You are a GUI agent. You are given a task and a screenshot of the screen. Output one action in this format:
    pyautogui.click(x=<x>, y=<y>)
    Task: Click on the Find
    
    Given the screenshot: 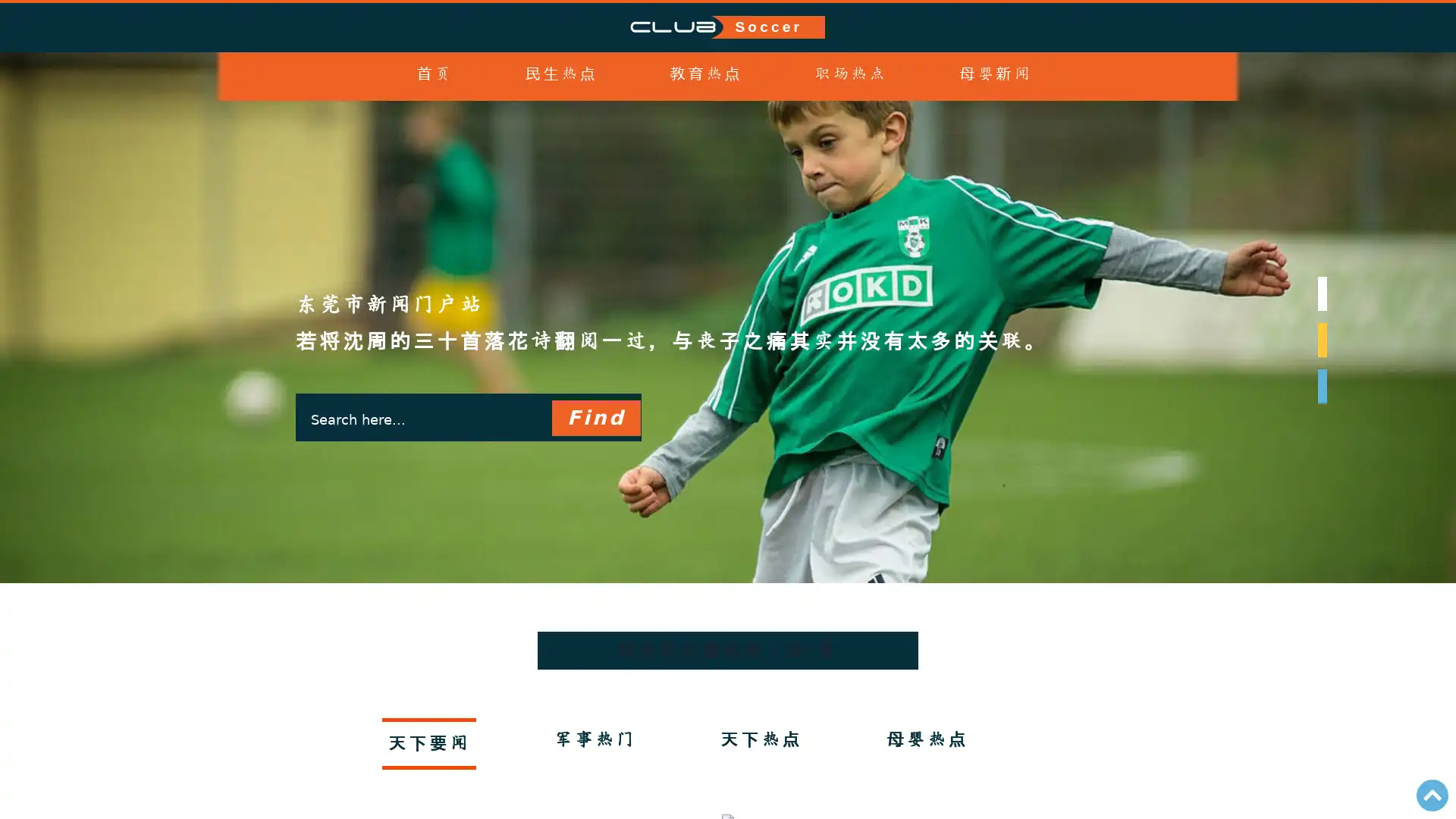 What is the action you would take?
    pyautogui.click(x=595, y=418)
    